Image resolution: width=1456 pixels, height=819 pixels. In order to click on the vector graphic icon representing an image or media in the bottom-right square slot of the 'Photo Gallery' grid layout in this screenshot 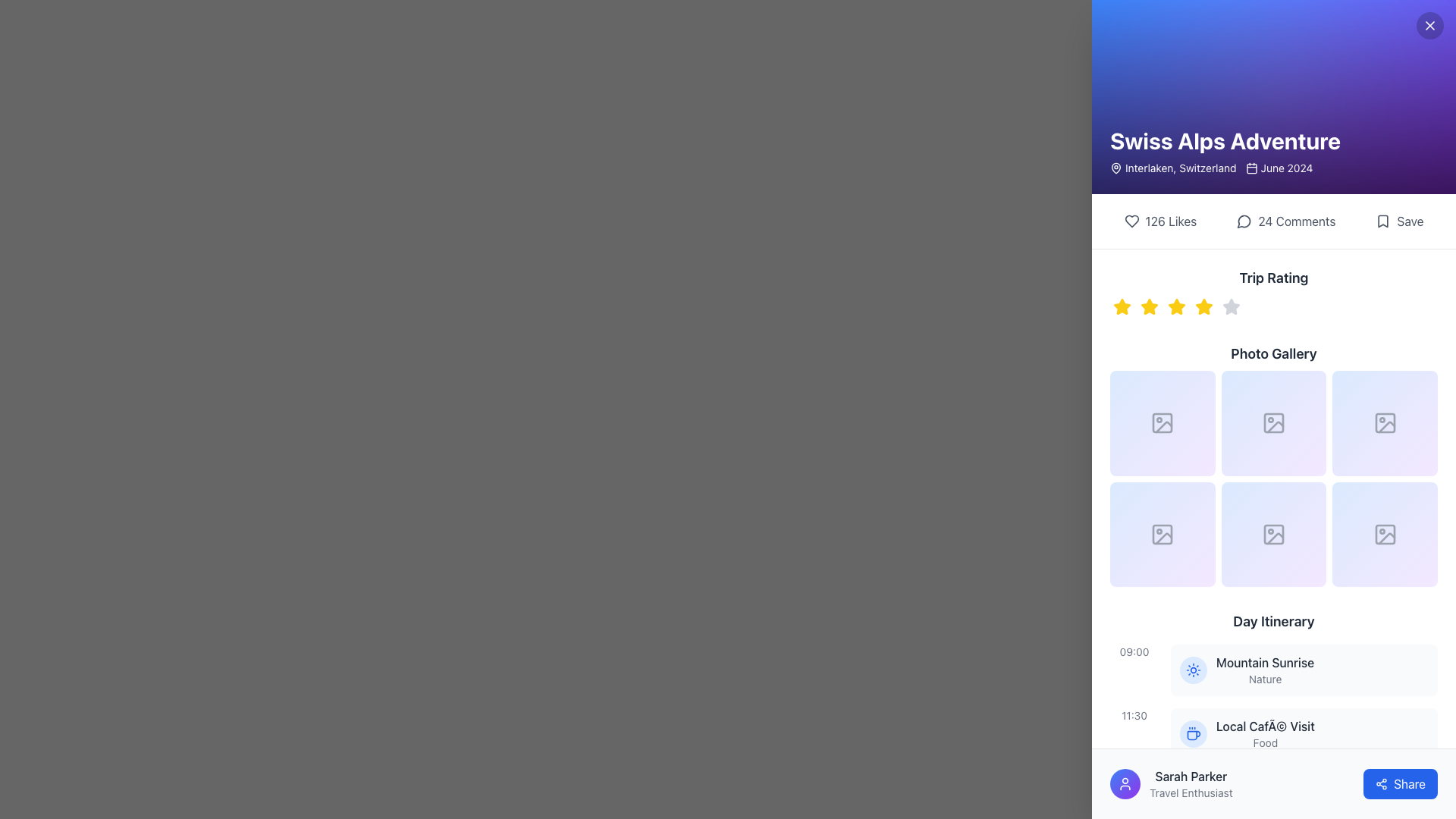, I will do `click(1274, 538)`.